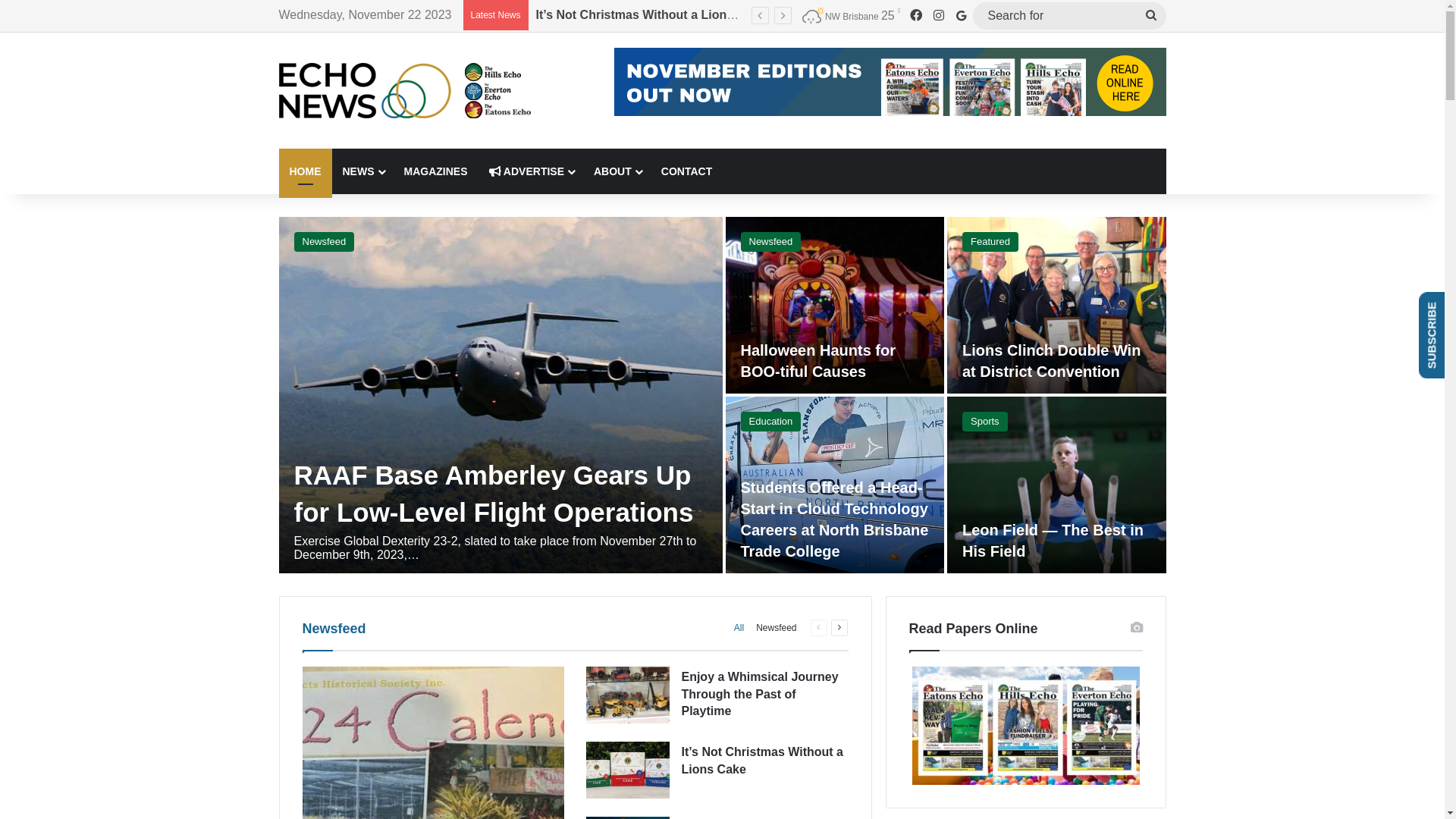  What do you see at coordinates (362, 171) in the screenshot?
I see `'NEWS'` at bounding box center [362, 171].